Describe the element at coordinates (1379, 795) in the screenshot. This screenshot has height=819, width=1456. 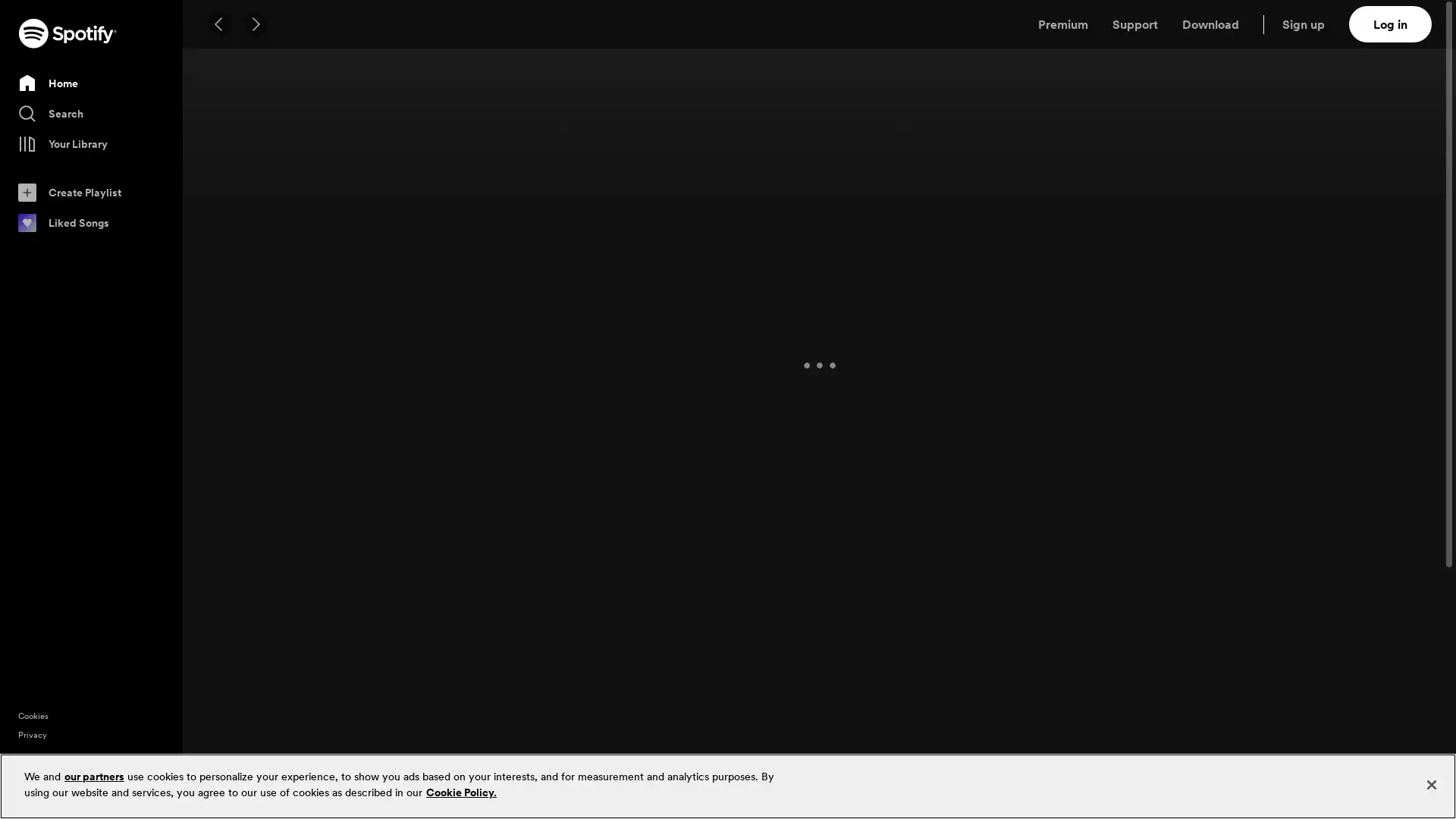
I see `Sign up free` at that location.